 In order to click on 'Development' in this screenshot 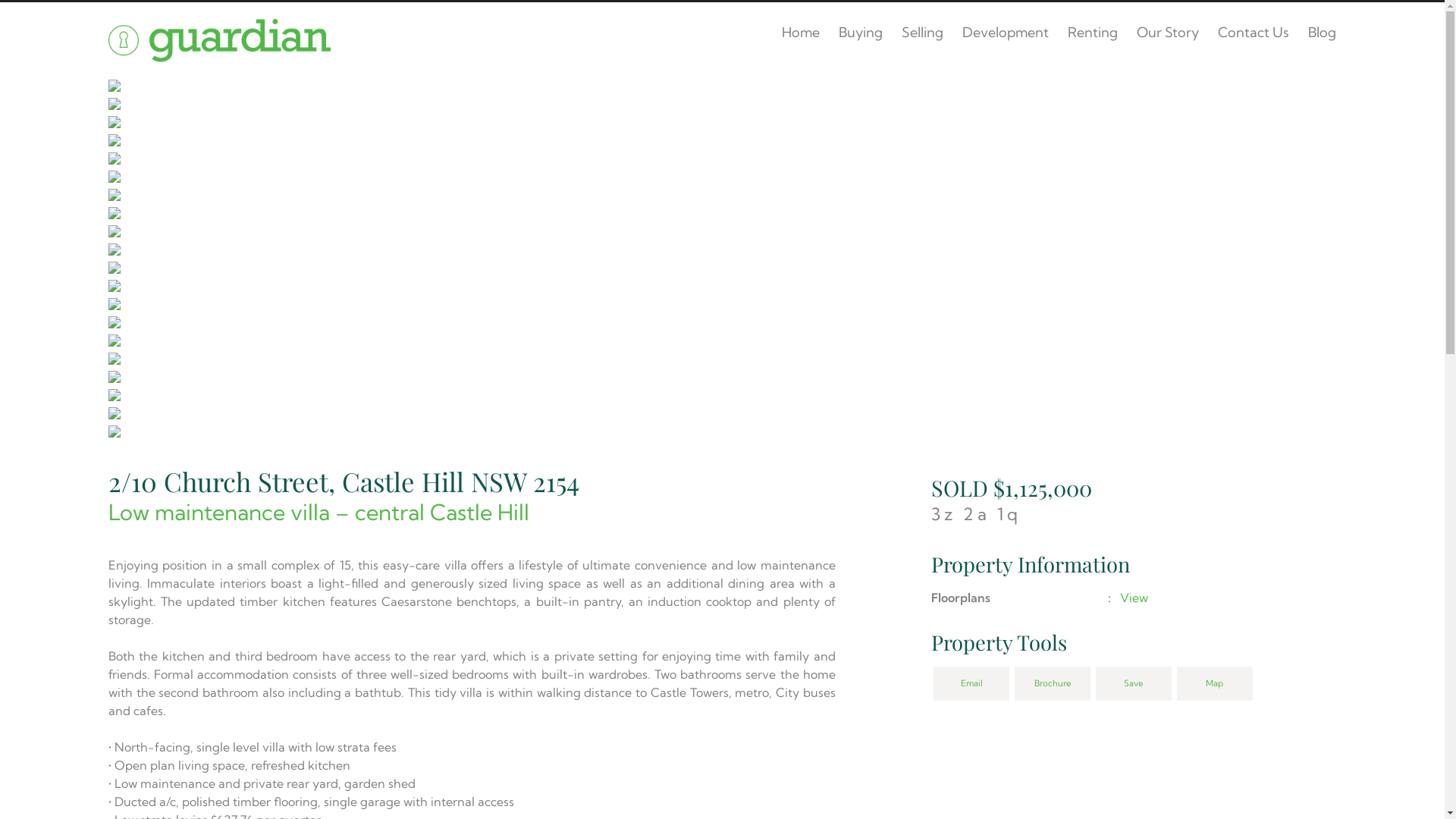, I will do `click(1005, 32)`.